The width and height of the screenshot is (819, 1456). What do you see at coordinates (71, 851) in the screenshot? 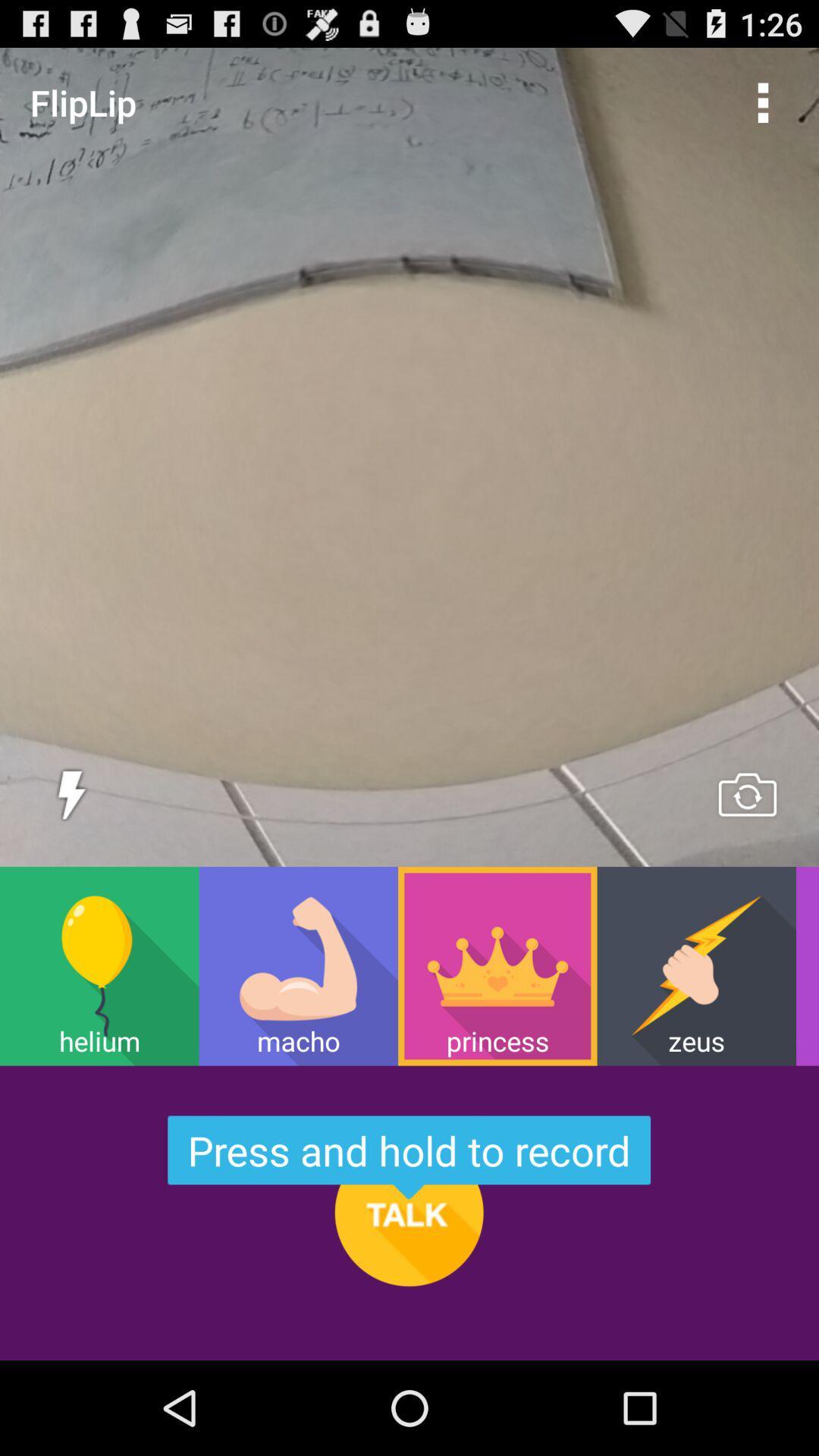
I see `the flash icon` at bounding box center [71, 851].